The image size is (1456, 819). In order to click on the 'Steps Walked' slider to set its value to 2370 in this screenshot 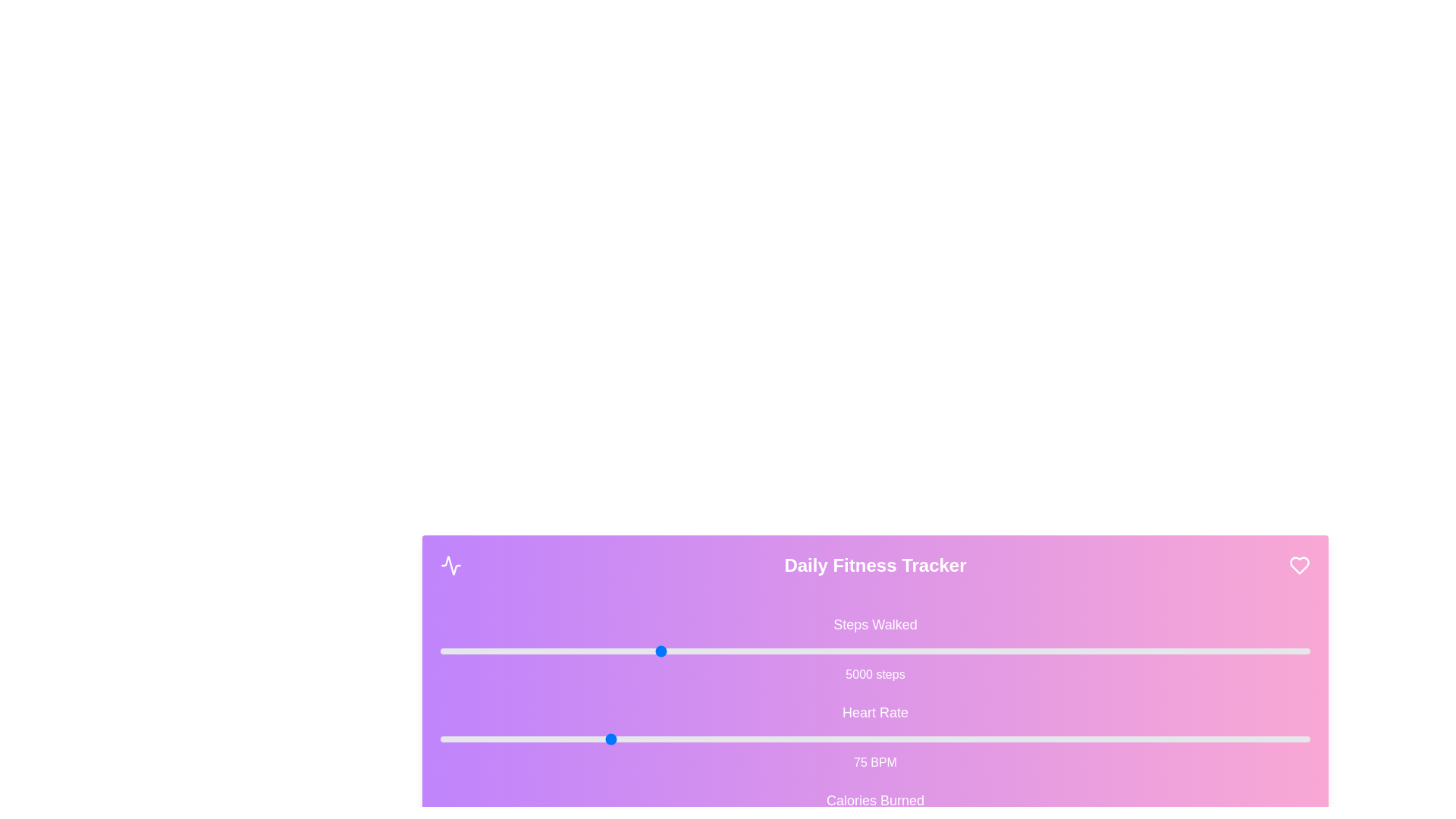, I will do `click(543, 651)`.